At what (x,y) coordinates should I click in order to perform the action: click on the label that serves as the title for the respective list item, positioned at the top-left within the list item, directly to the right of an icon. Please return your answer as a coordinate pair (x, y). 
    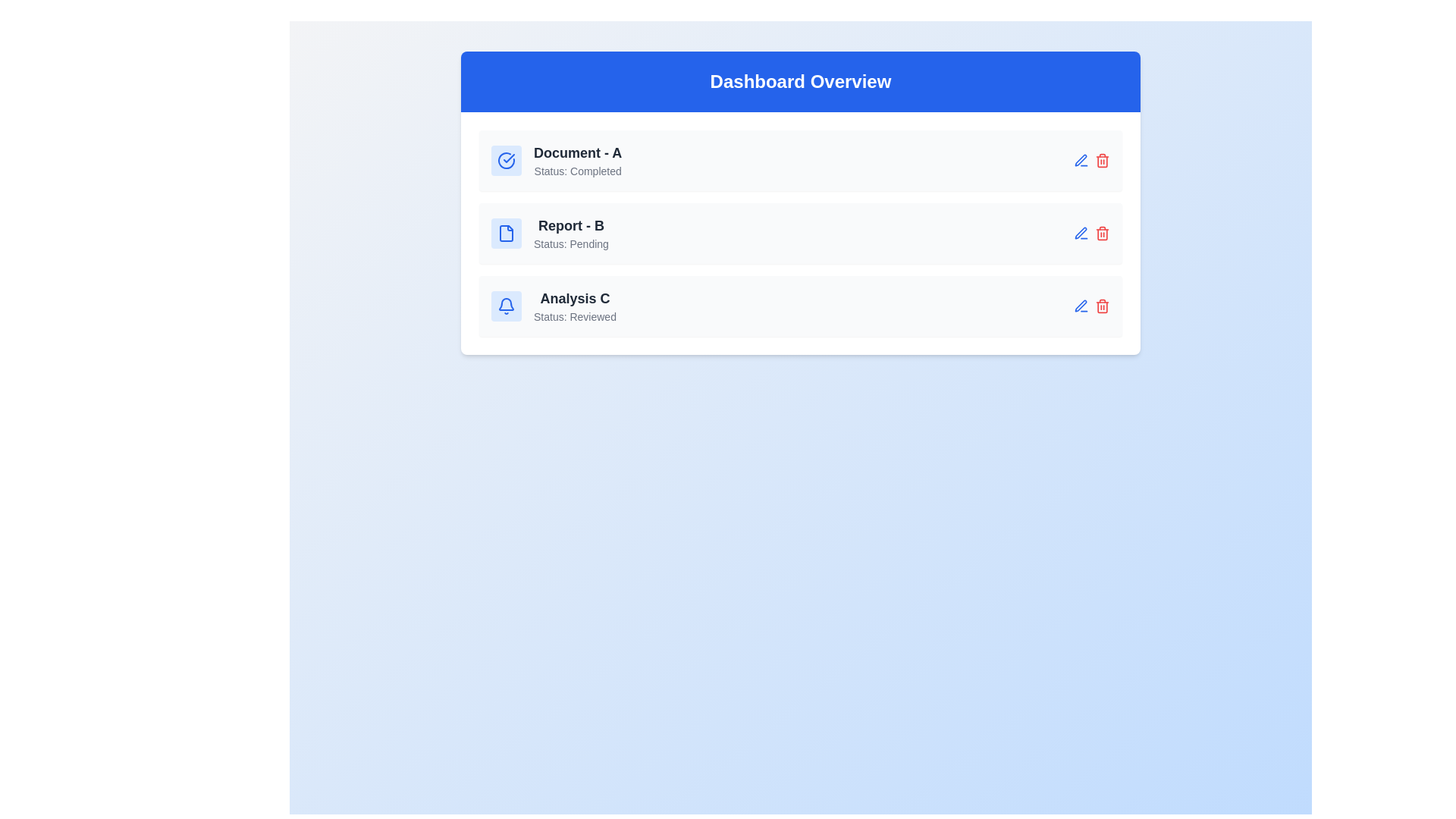
    Looking at the image, I should click on (577, 152).